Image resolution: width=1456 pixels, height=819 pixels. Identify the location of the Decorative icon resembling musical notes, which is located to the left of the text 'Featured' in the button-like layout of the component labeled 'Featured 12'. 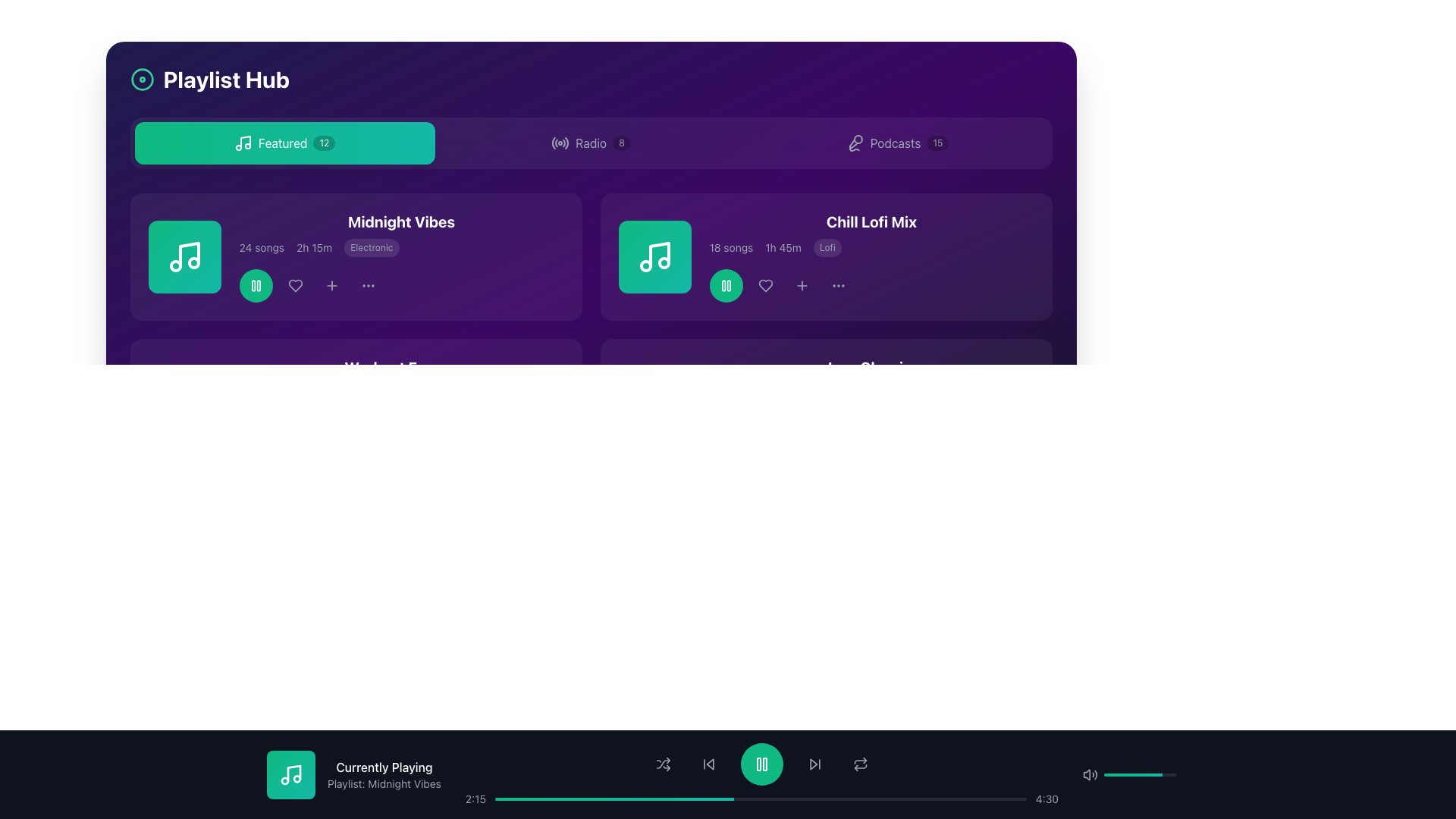
(243, 143).